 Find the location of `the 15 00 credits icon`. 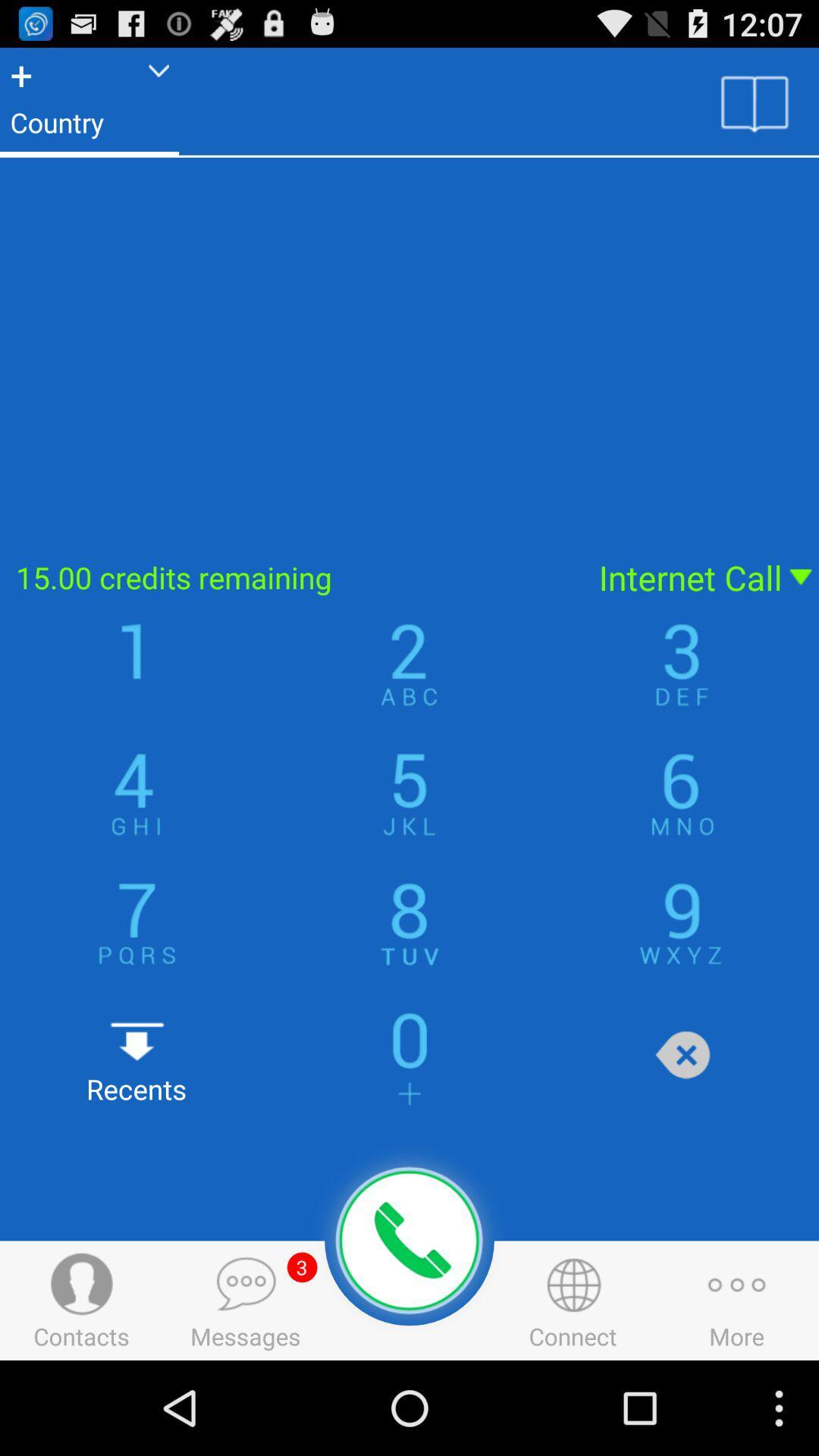

the 15 00 credits icon is located at coordinates (290, 576).